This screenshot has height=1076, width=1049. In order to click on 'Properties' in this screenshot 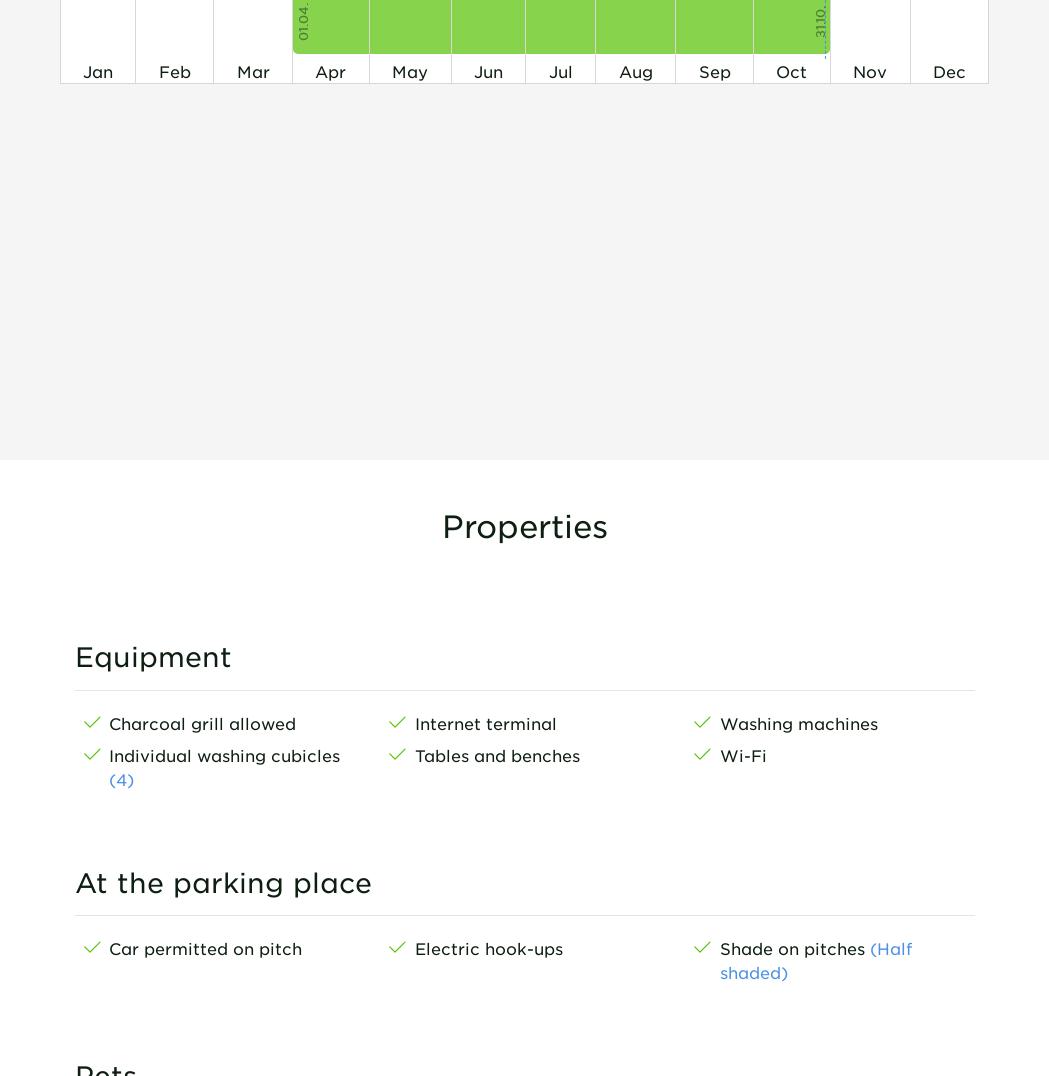, I will do `click(522, 525)`.